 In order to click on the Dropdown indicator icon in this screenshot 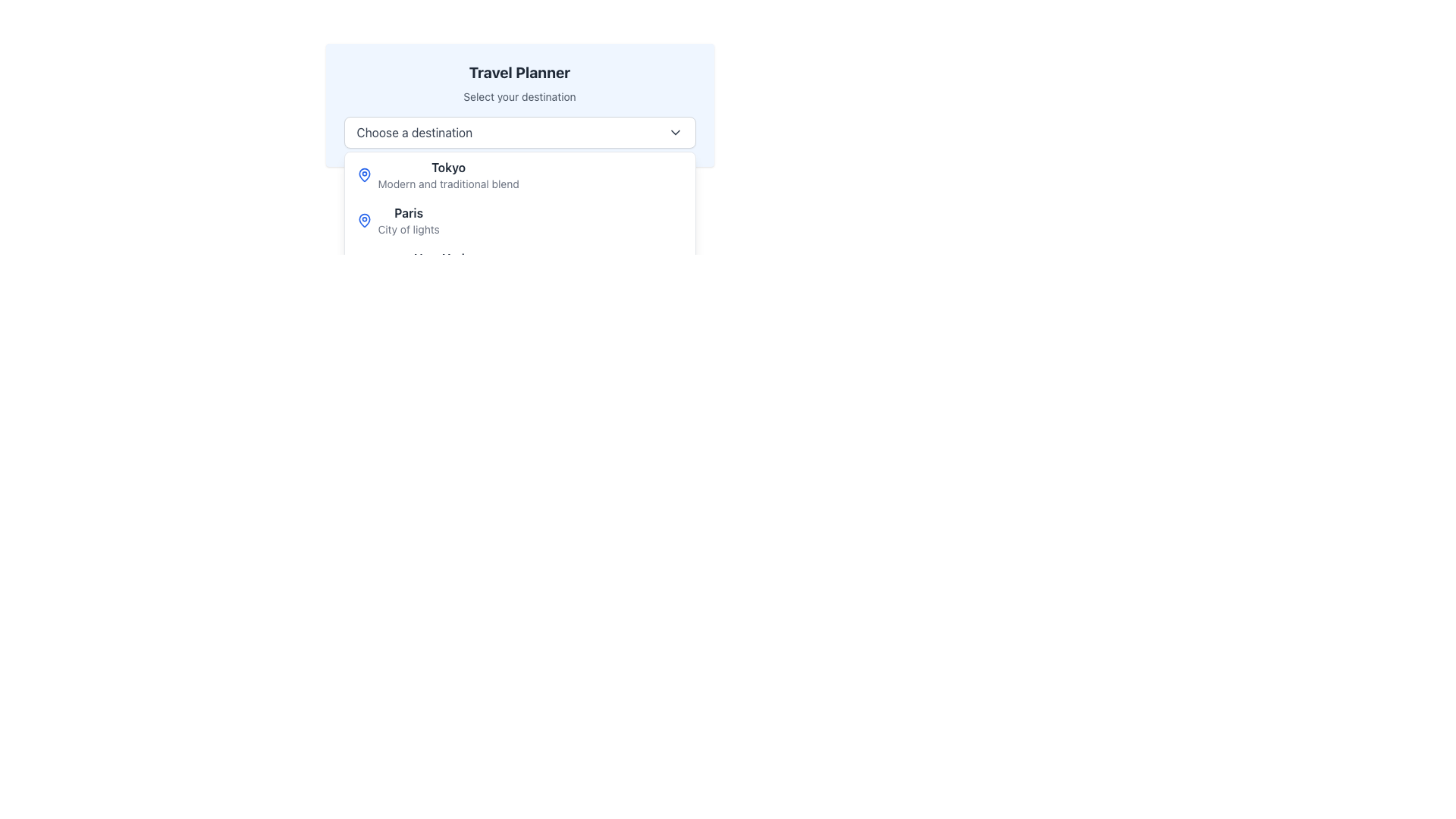, I will do `click(674, 131)`.